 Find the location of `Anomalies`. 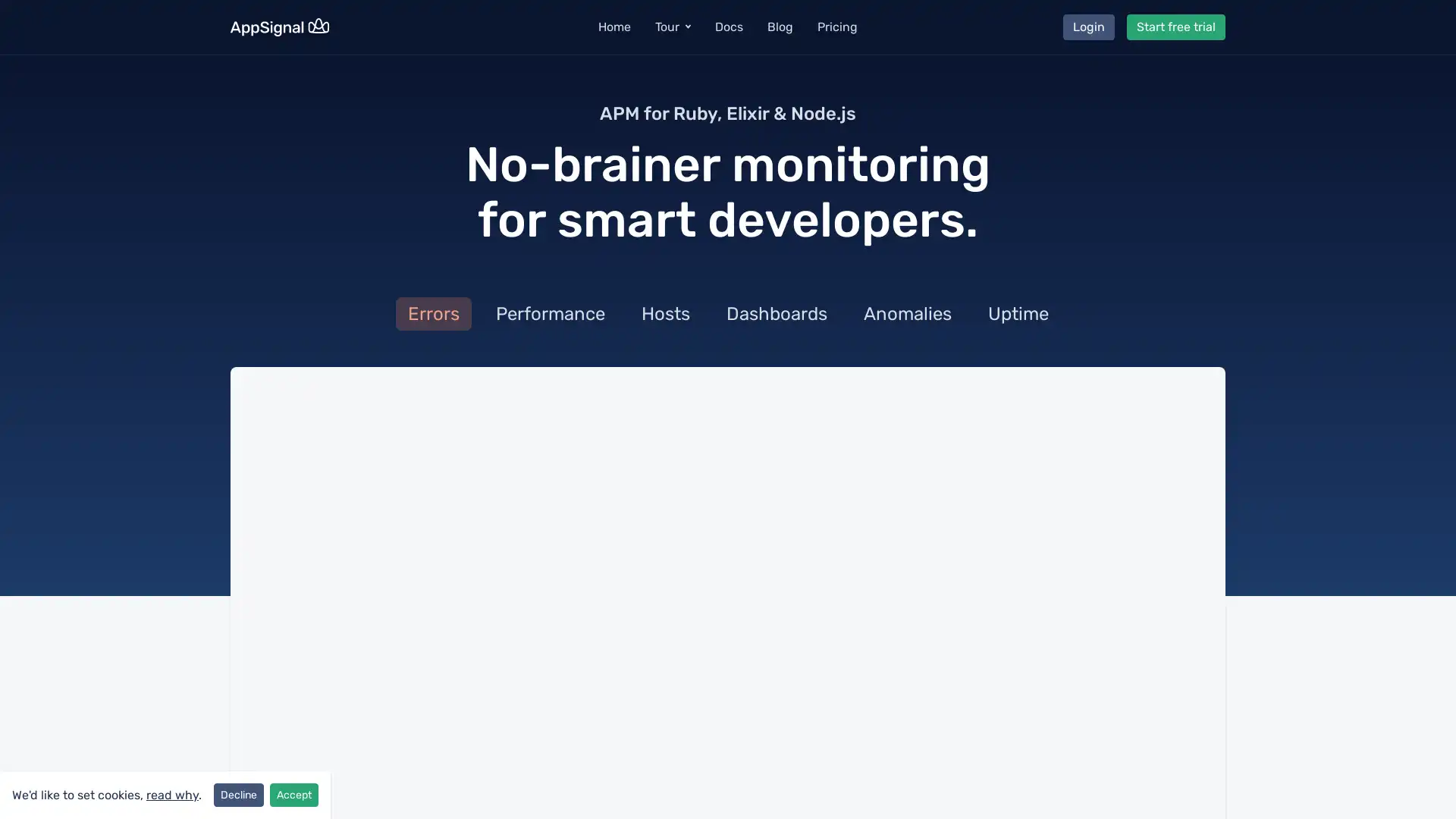

Anomalies is located at coordinates (906, 312).